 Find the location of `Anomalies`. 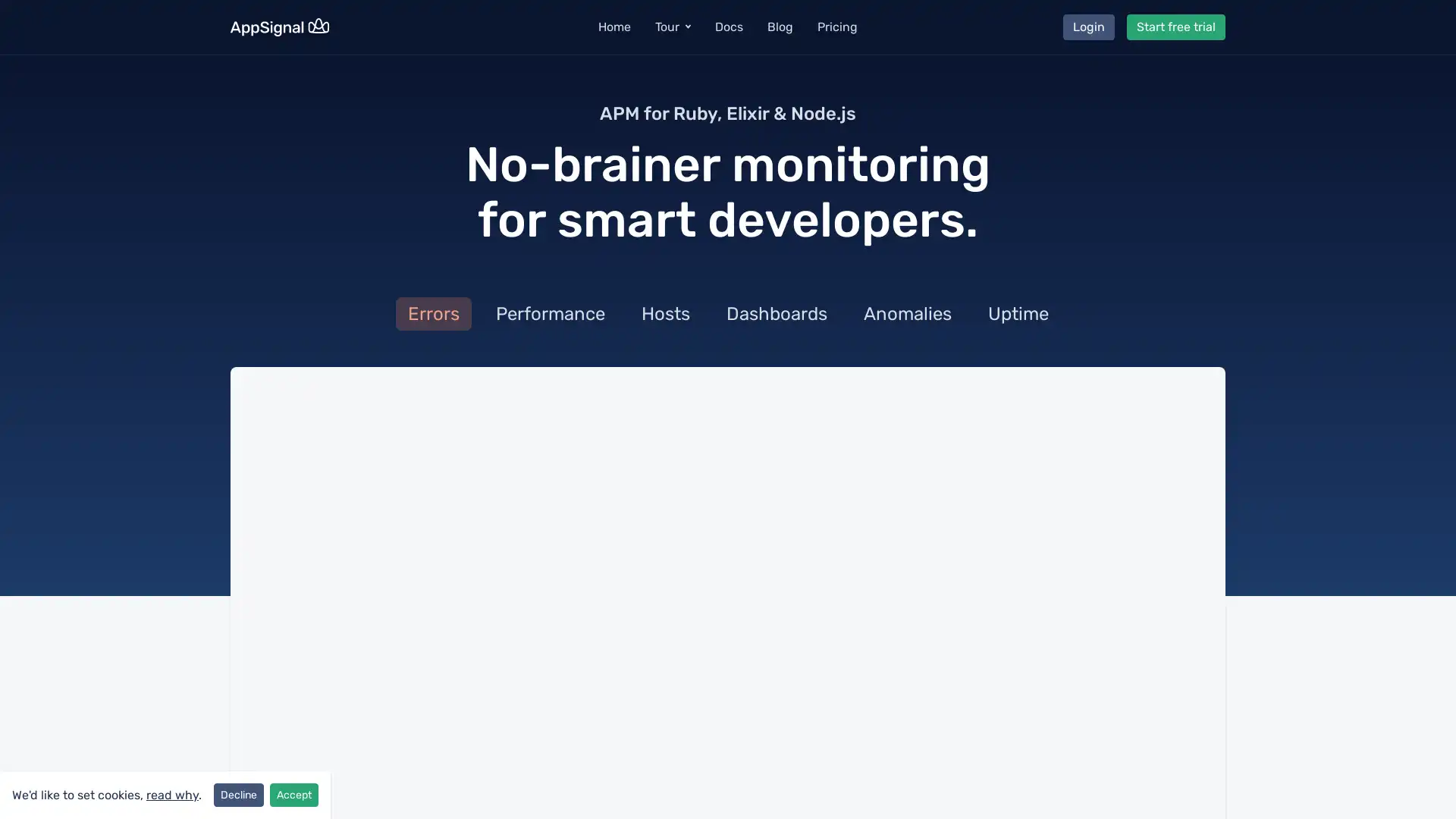

Anomalies is located at coordinates (906, 312).